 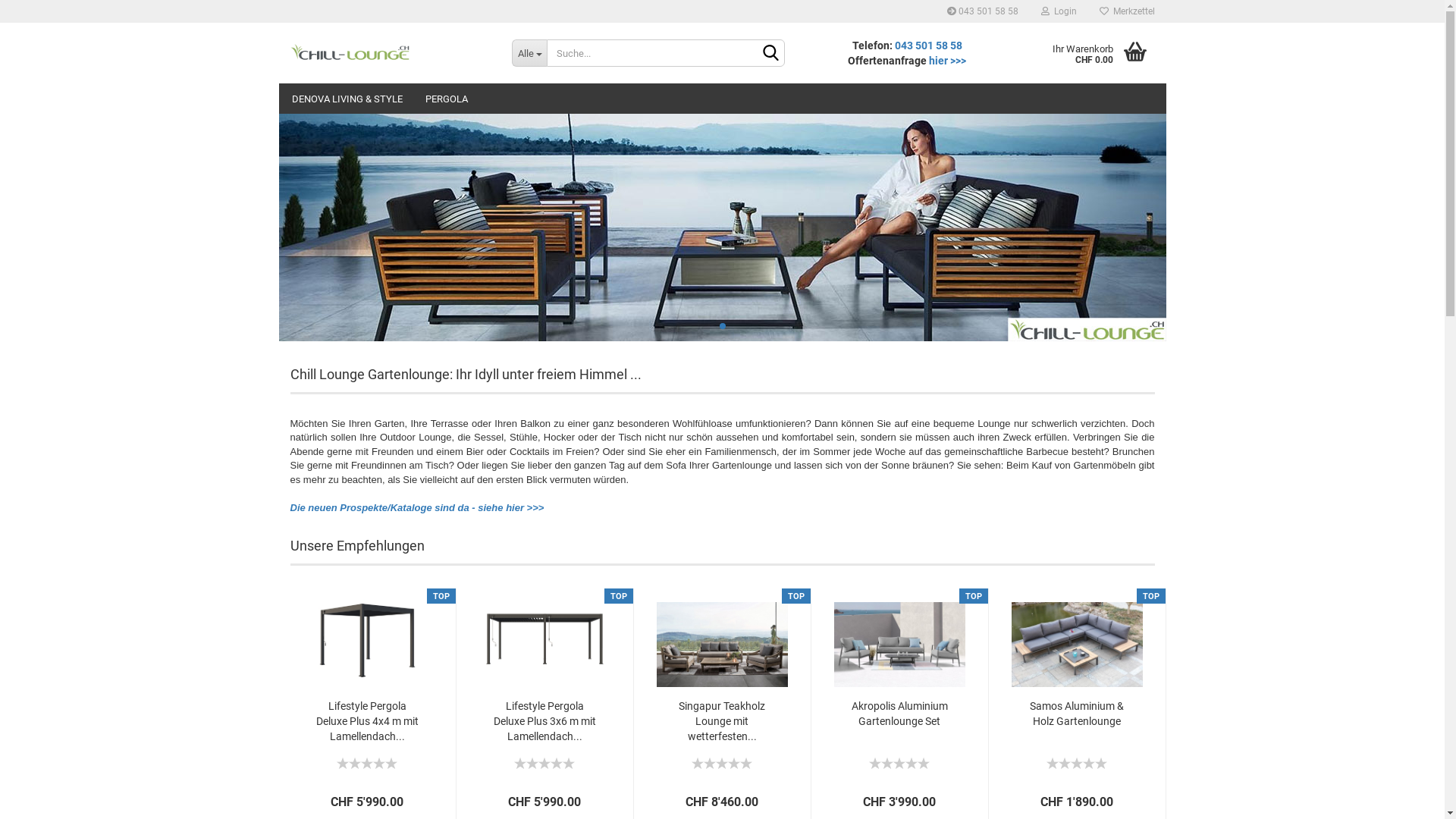 I want to click on 'Akropolis Aluminium Gartenlounge Set', so click(x=899, y=637).